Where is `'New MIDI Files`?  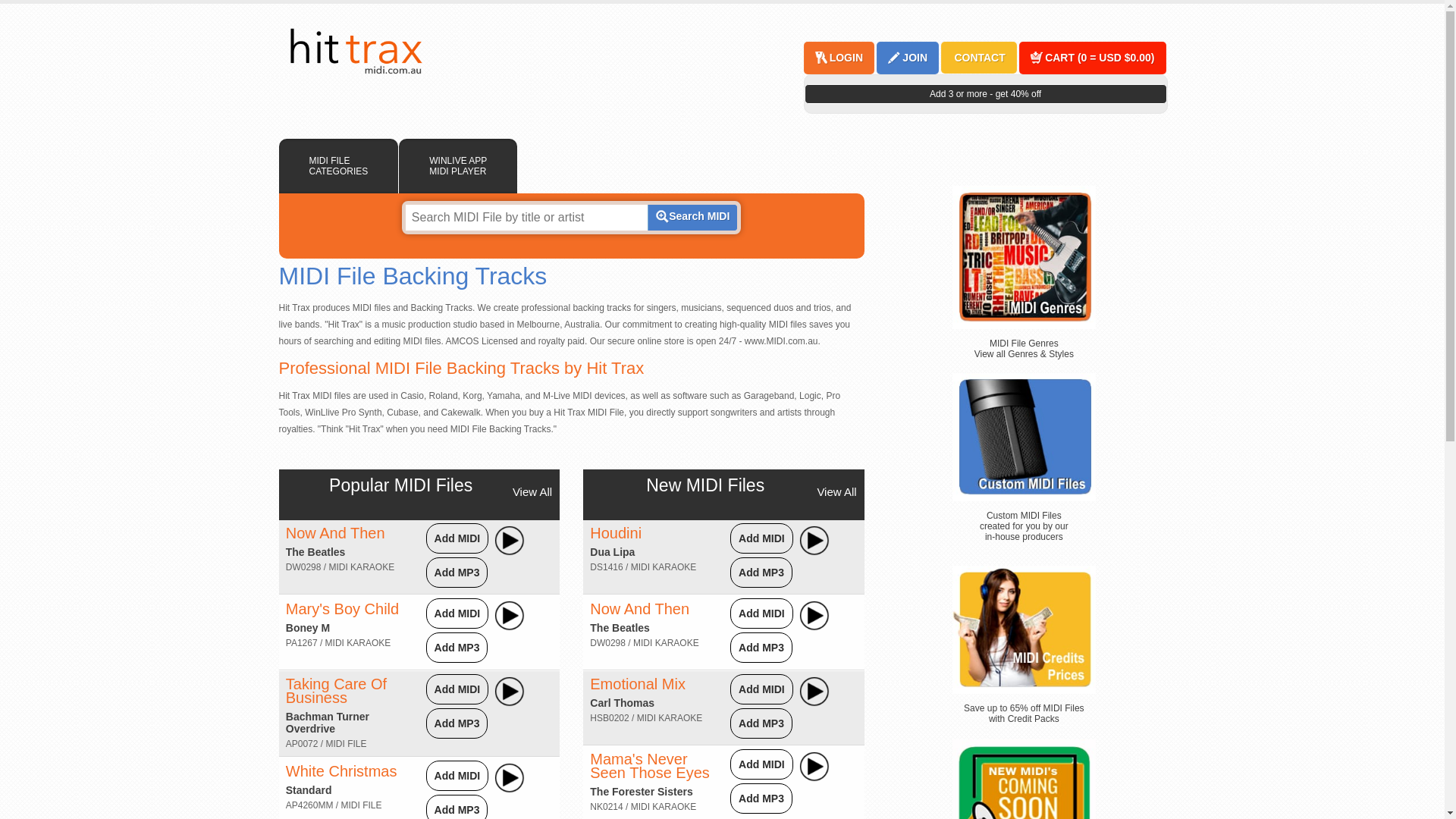
'New MIDI Files is located at coordinates (645, 485).